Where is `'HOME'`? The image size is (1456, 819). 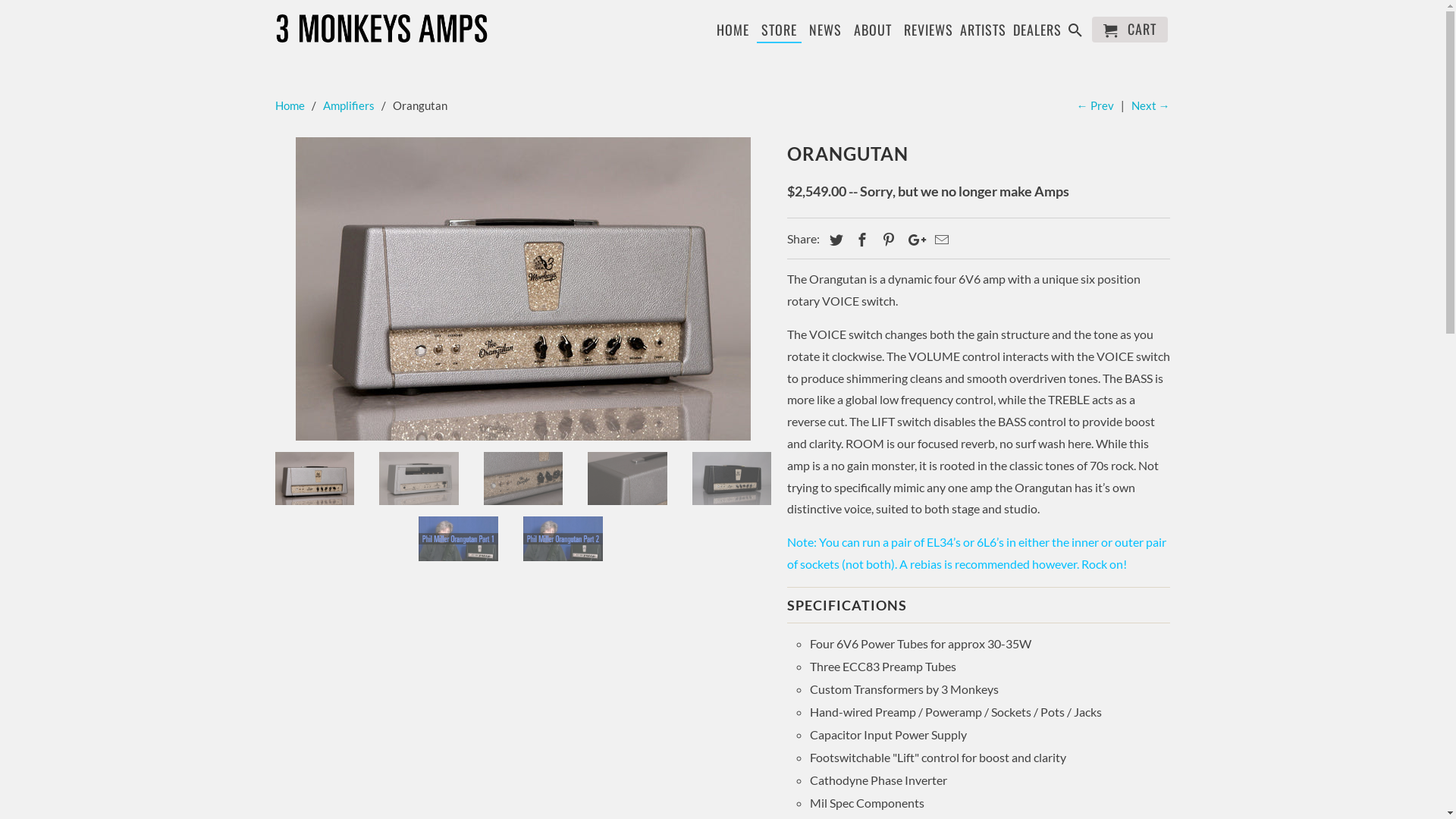
'HOME' is located at coordinates (733, 32).